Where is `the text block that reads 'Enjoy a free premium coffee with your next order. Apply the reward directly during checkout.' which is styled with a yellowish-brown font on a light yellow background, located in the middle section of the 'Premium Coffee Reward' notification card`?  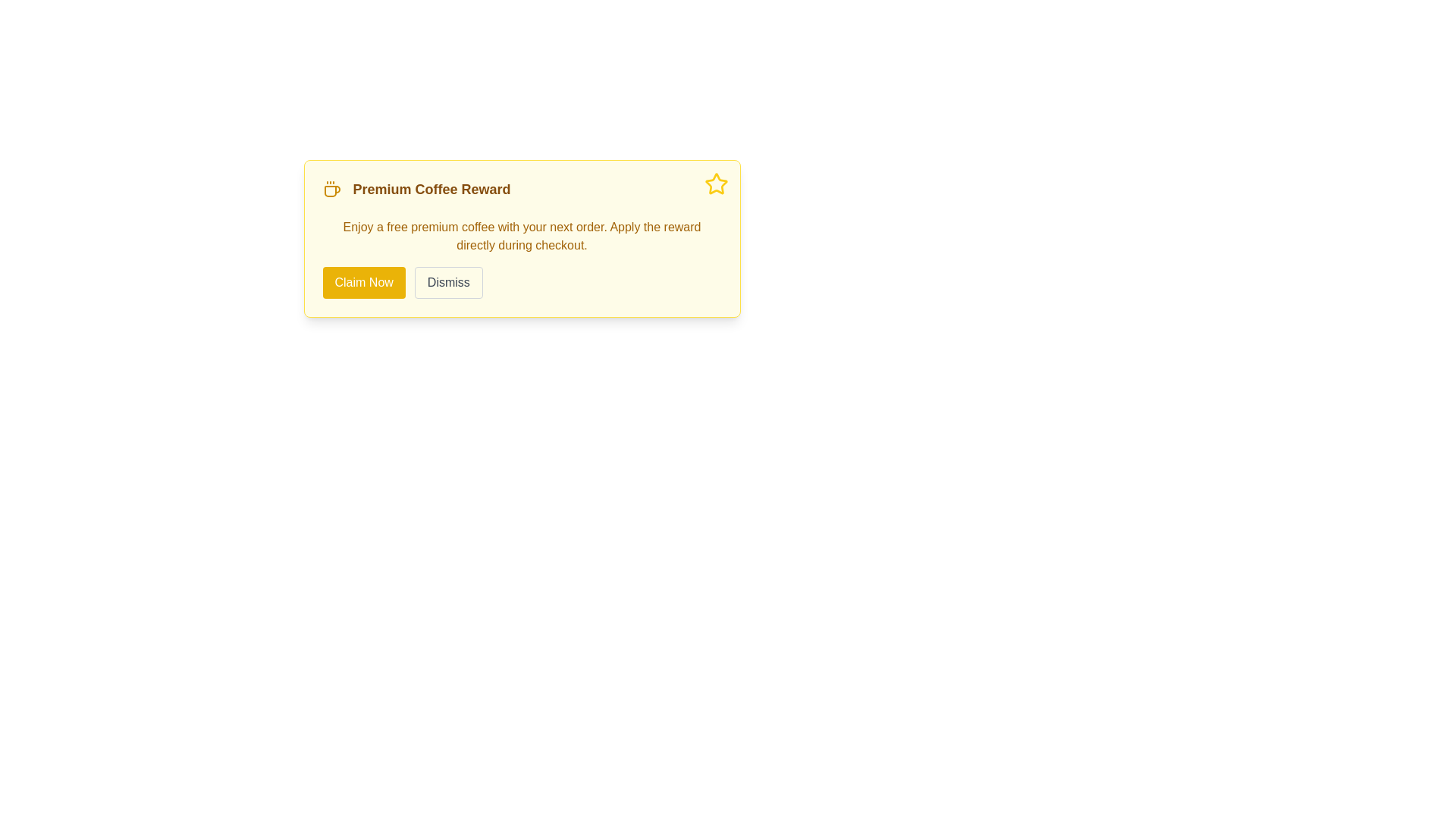
the text block that reads 'Enjoy a free premium coffee with your next order. Apply the reward directly during checkout.' which is styled with a yellowish-brown font on a light yellow background, located in the middle section of the 'Premium Coffee Reward' notification card is located at coordinates (522, 237).